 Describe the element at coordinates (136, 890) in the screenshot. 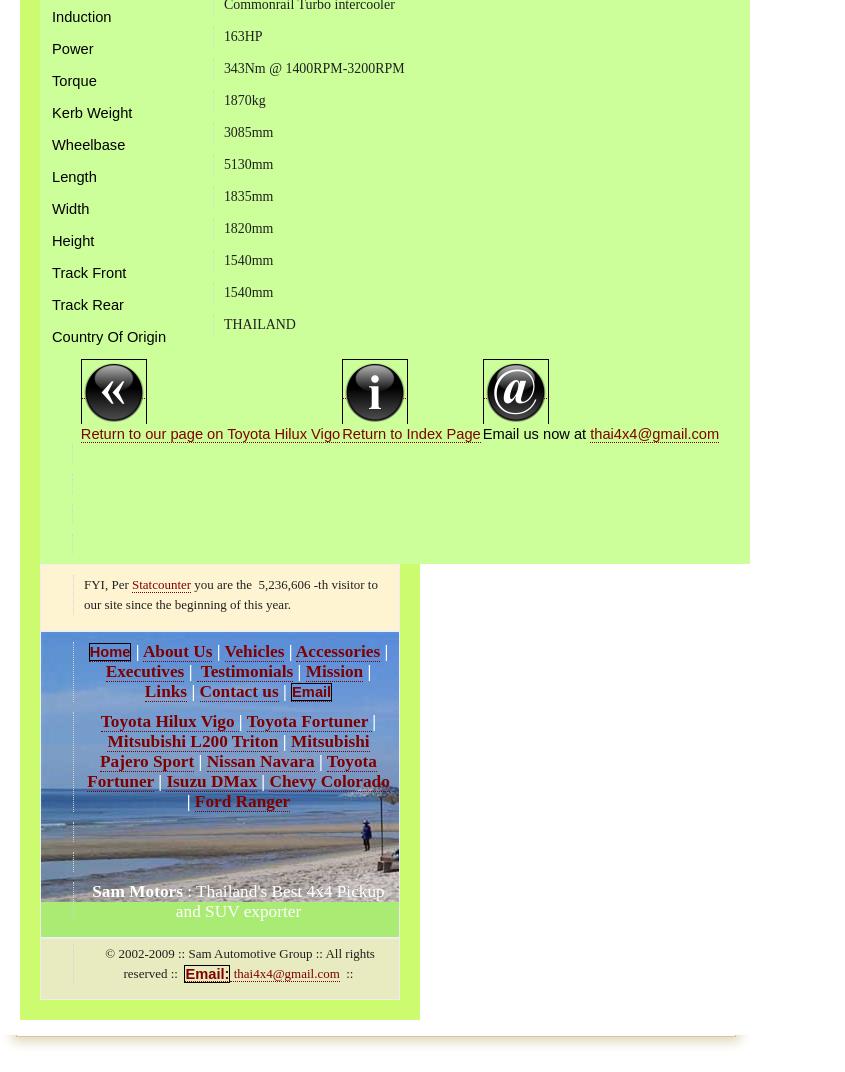

I see `'Sam Motors'` at that location.